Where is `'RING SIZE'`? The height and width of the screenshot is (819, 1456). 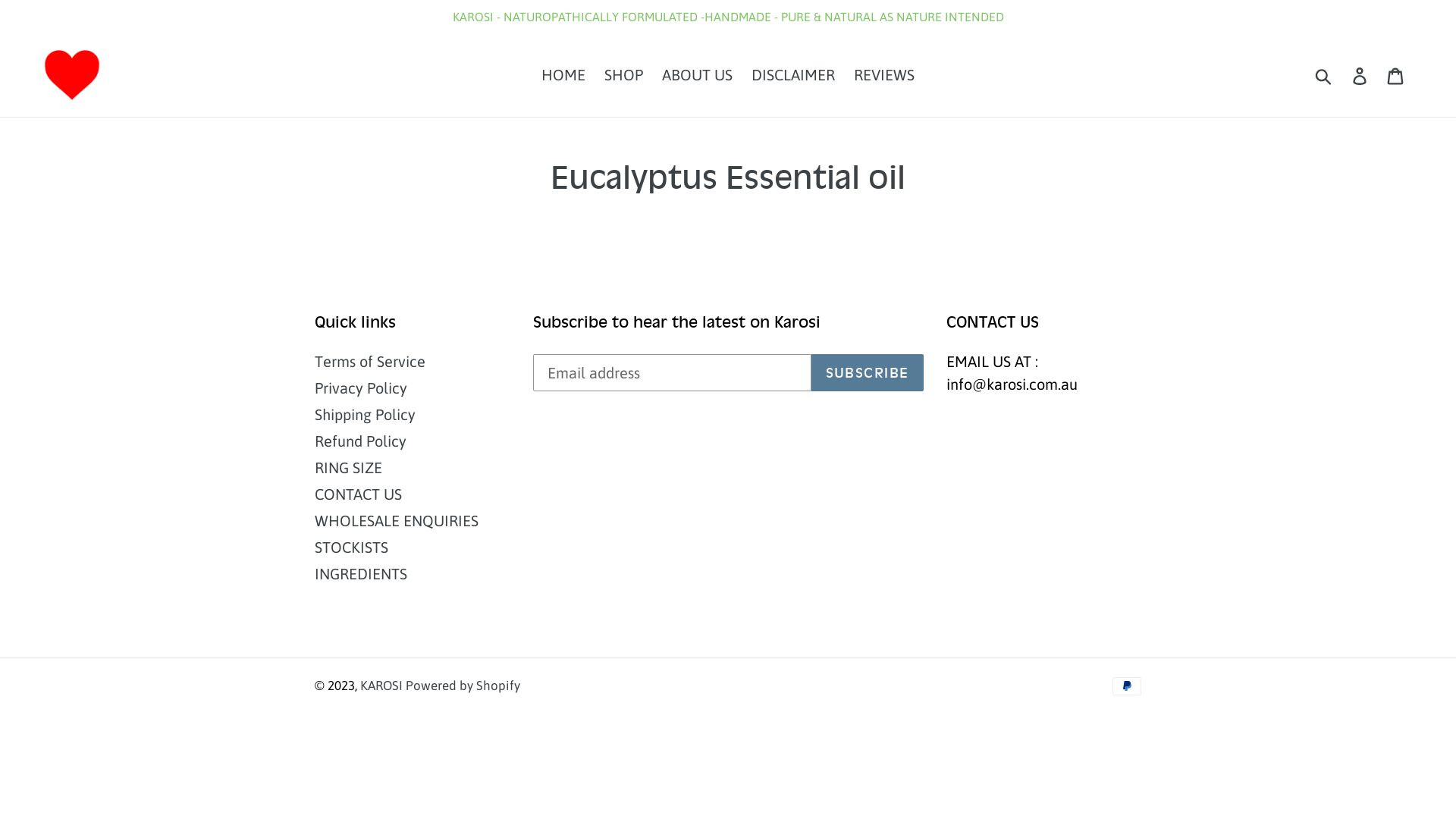 'RING SIZE' is located at coordinates (313, 466).